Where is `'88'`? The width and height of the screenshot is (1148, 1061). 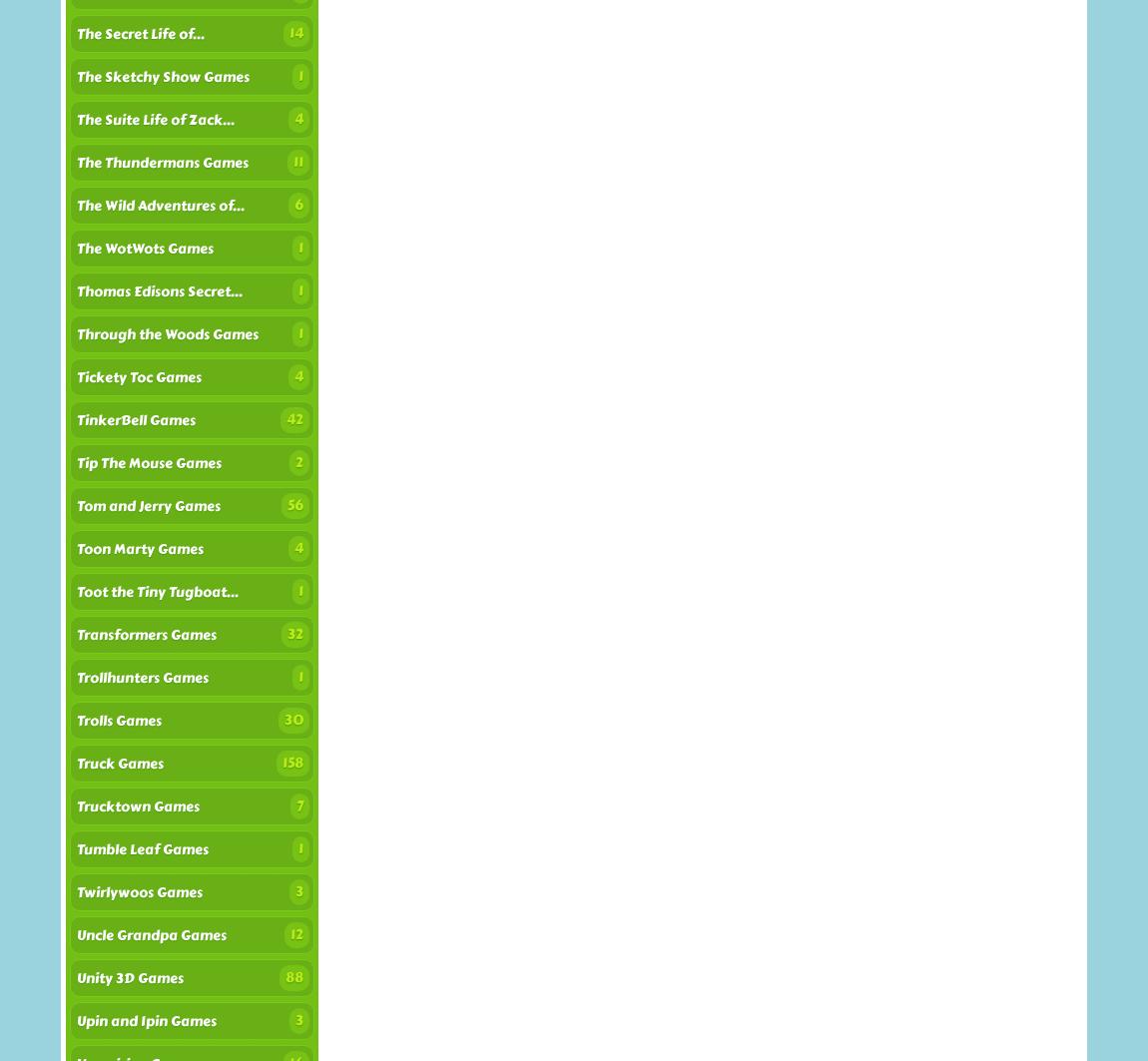 '88' is located at coordinates (293, 976).